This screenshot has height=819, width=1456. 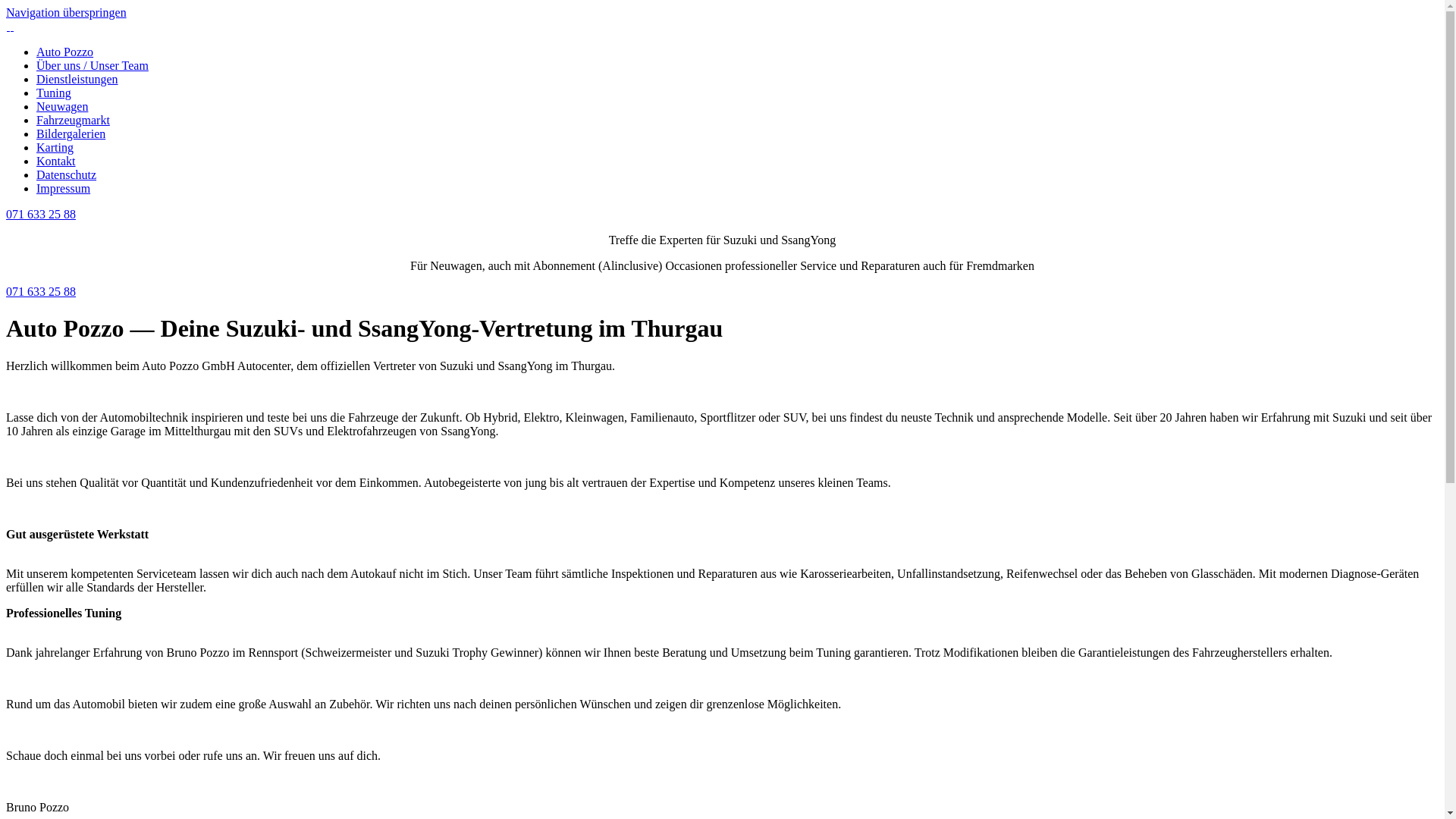 What do you see at coordinates (6, 214) in the screenshot?
I see `'071 633 25 88'` at bounding box center [6, 214].